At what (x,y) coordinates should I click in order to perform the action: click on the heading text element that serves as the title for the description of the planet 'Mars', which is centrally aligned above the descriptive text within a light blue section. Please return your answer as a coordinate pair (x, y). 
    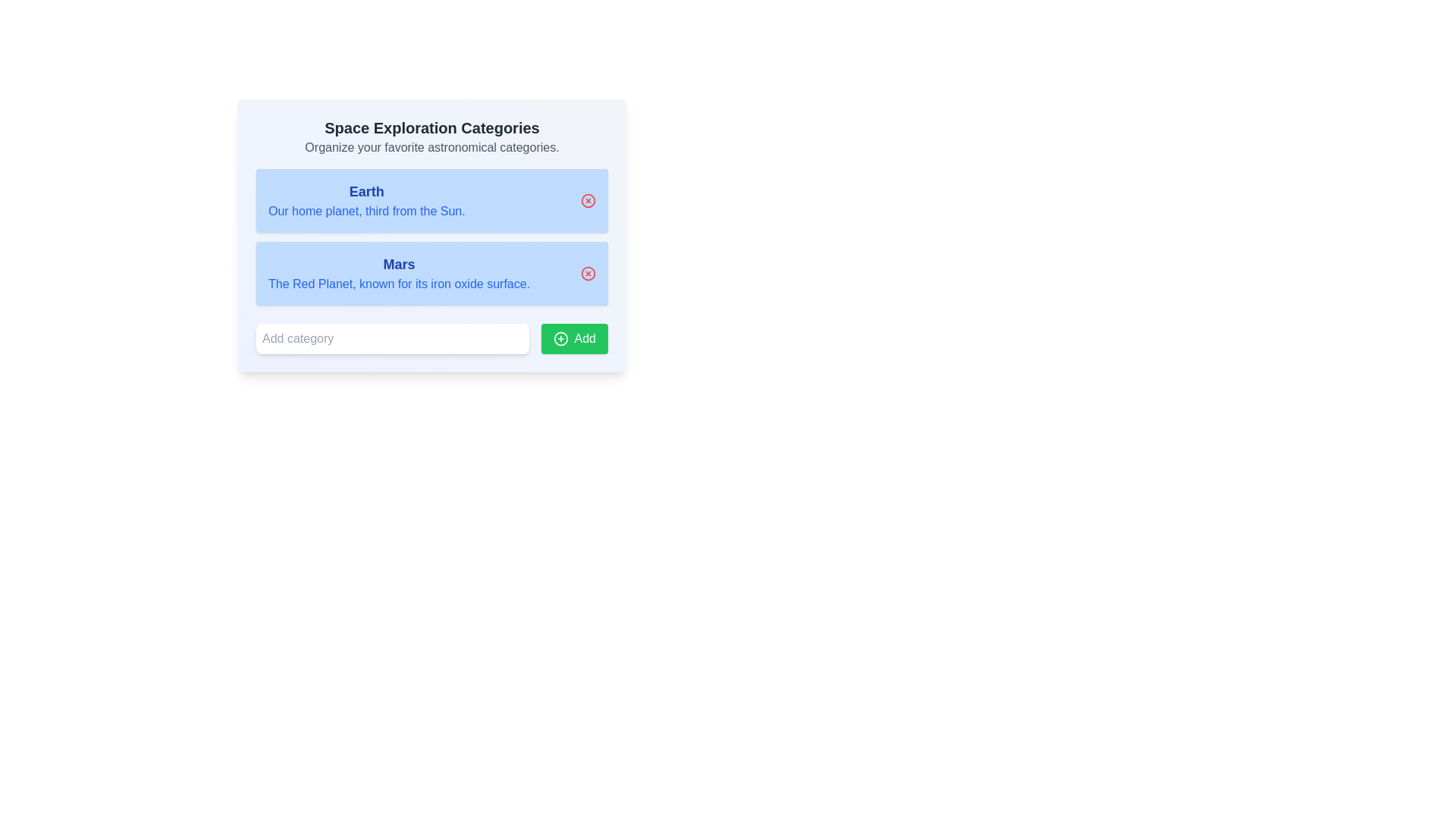
    Looking at the image, I should click on (399, 263).